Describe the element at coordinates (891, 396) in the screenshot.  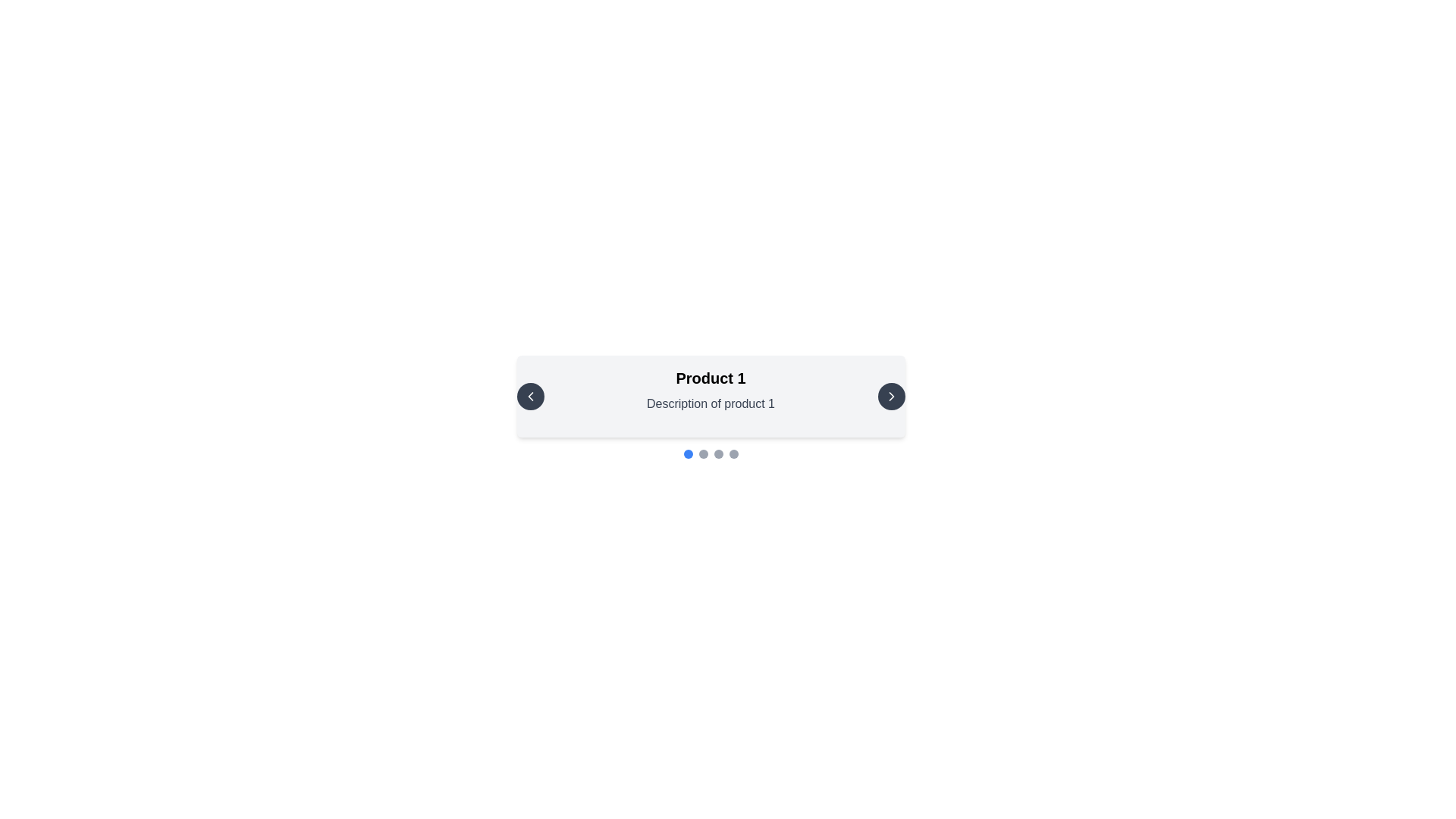
I see `the rightmost circular button's icon` at that location.